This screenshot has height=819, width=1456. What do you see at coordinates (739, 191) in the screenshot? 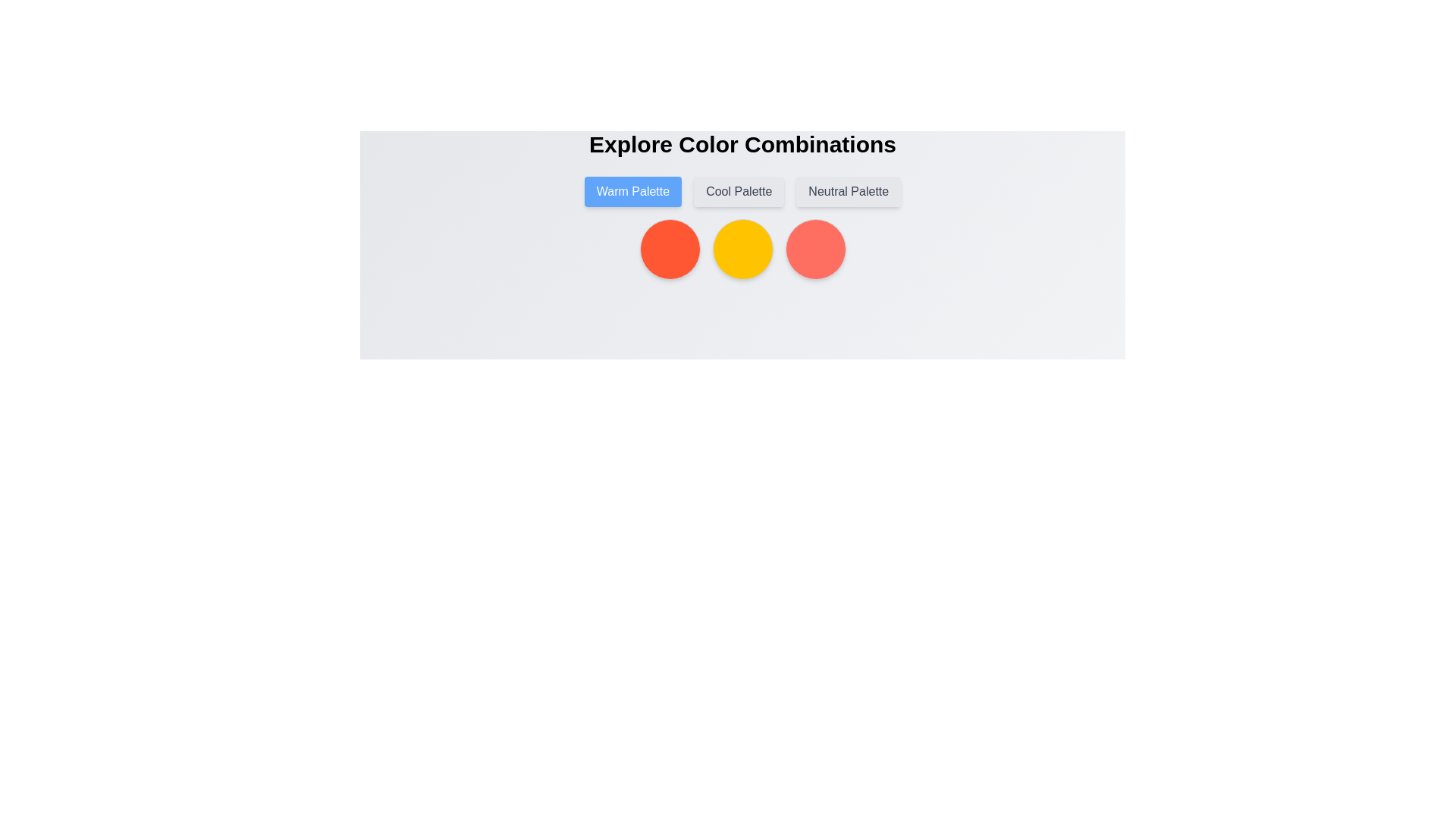
I see `the 'Cool Palette' button, which is the second button in a group below the headline 'Explore Color Combinations'` at bounding box center [739, 191].